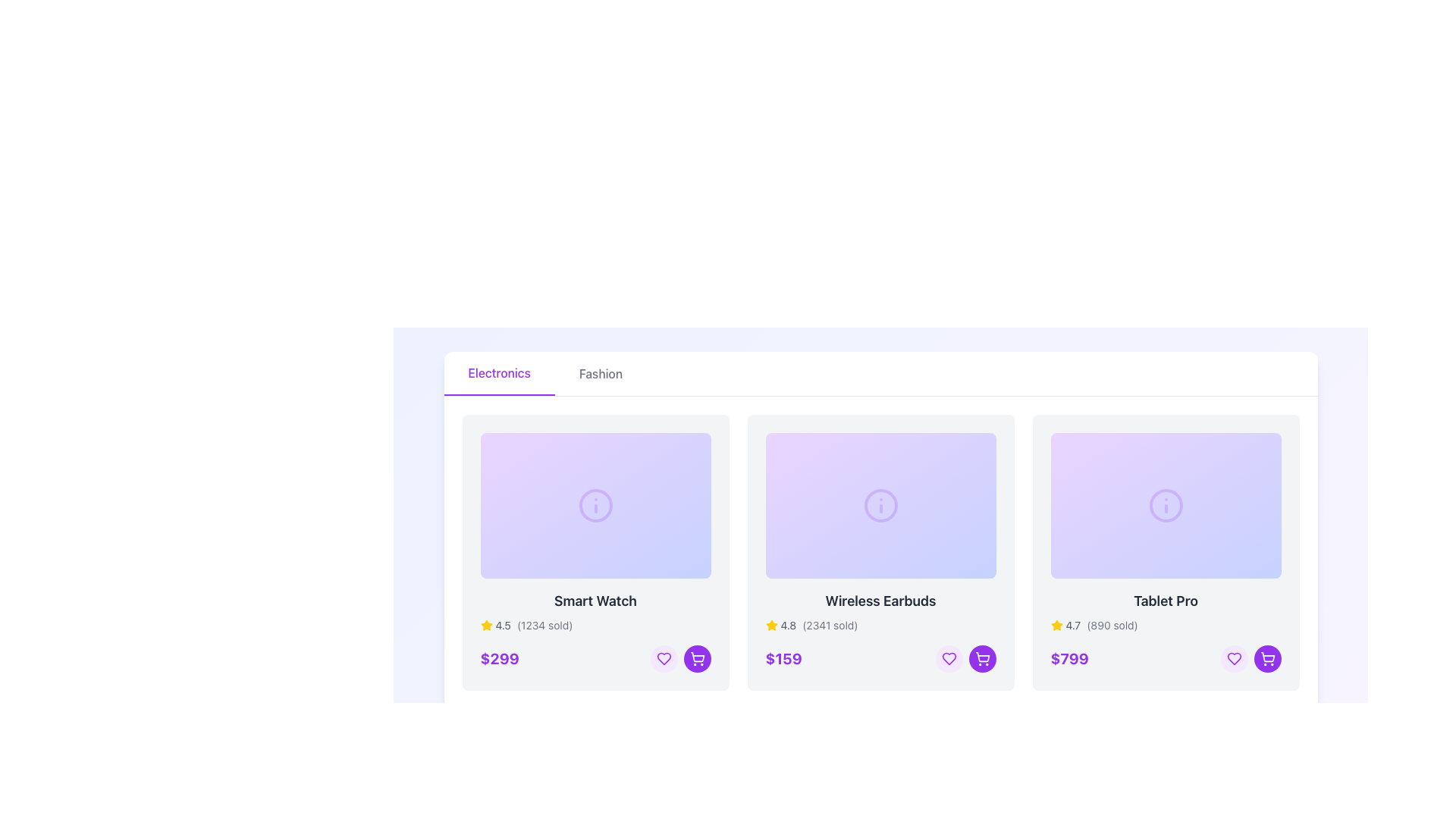 This screenshot has width=1456, height=819. I want to click on the static text displaying '(2341 sold)' which is located next to the rating number in the second product card for 'Wireless Earbuds', so click(829, 626).